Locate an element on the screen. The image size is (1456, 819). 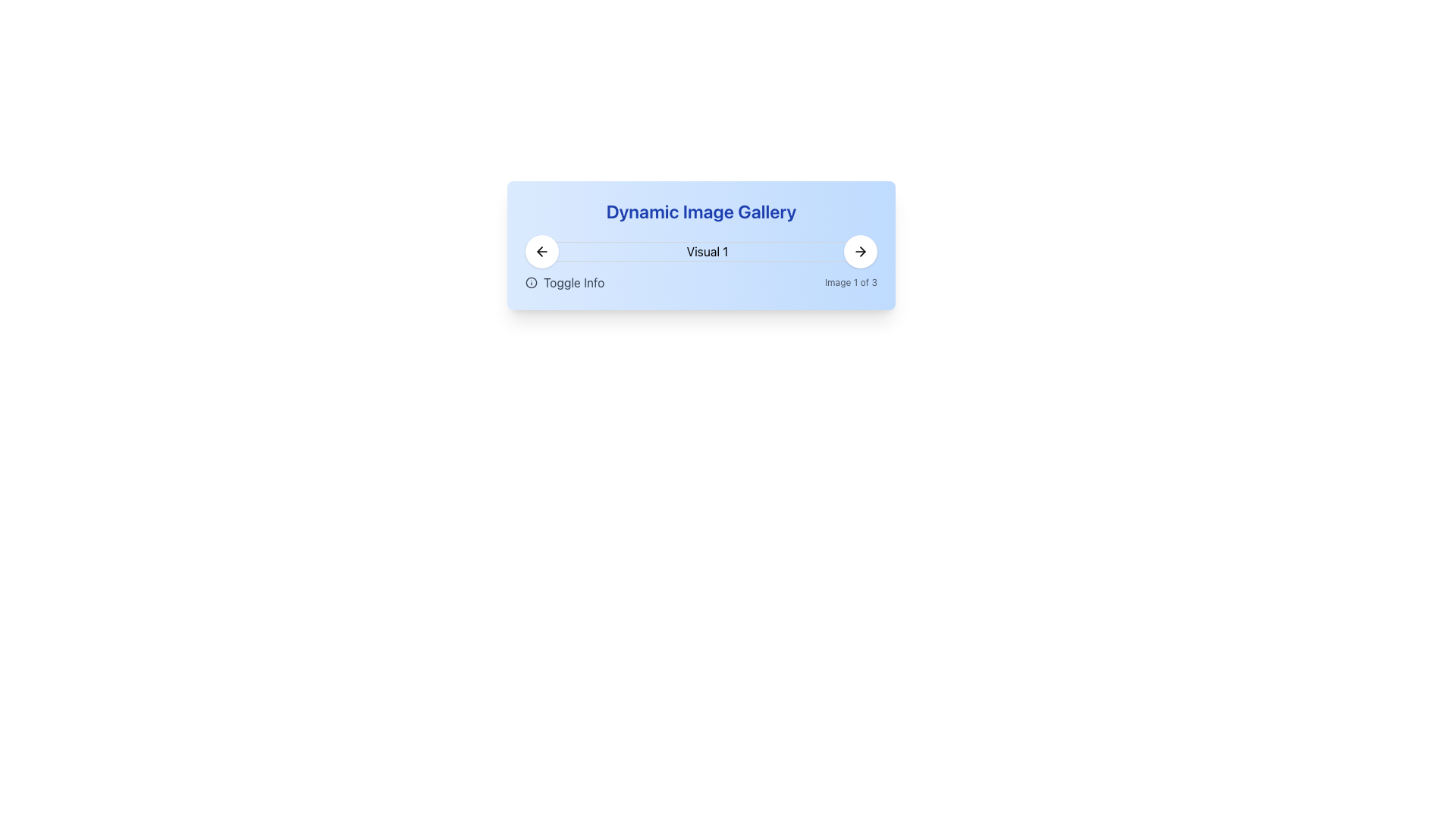
the rightmost circular navigation button icon for the carousel or gallery interface is located at coordinates (860, 250).